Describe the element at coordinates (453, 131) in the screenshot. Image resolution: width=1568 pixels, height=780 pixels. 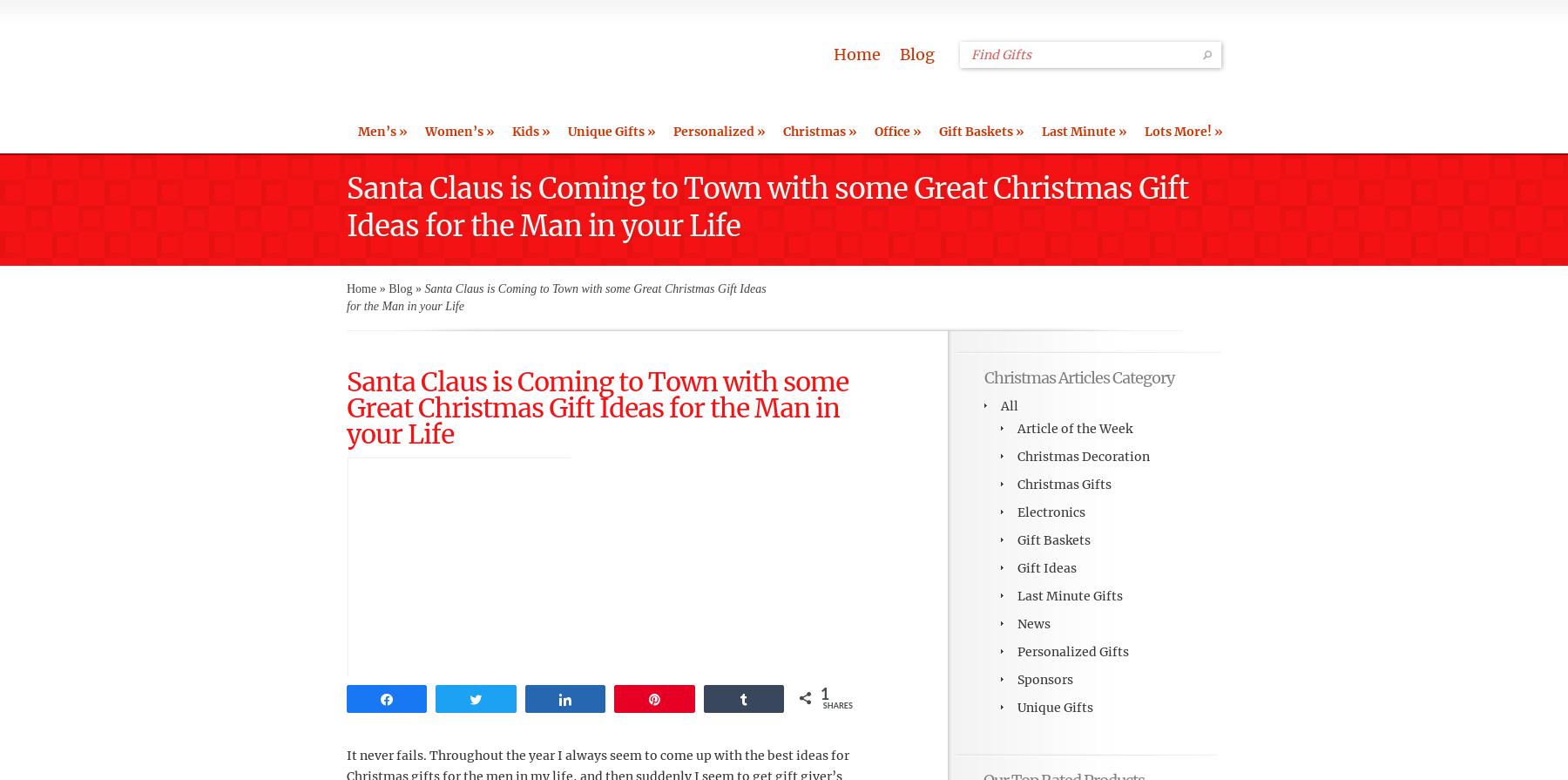
I see `'Women’s'` at that location.